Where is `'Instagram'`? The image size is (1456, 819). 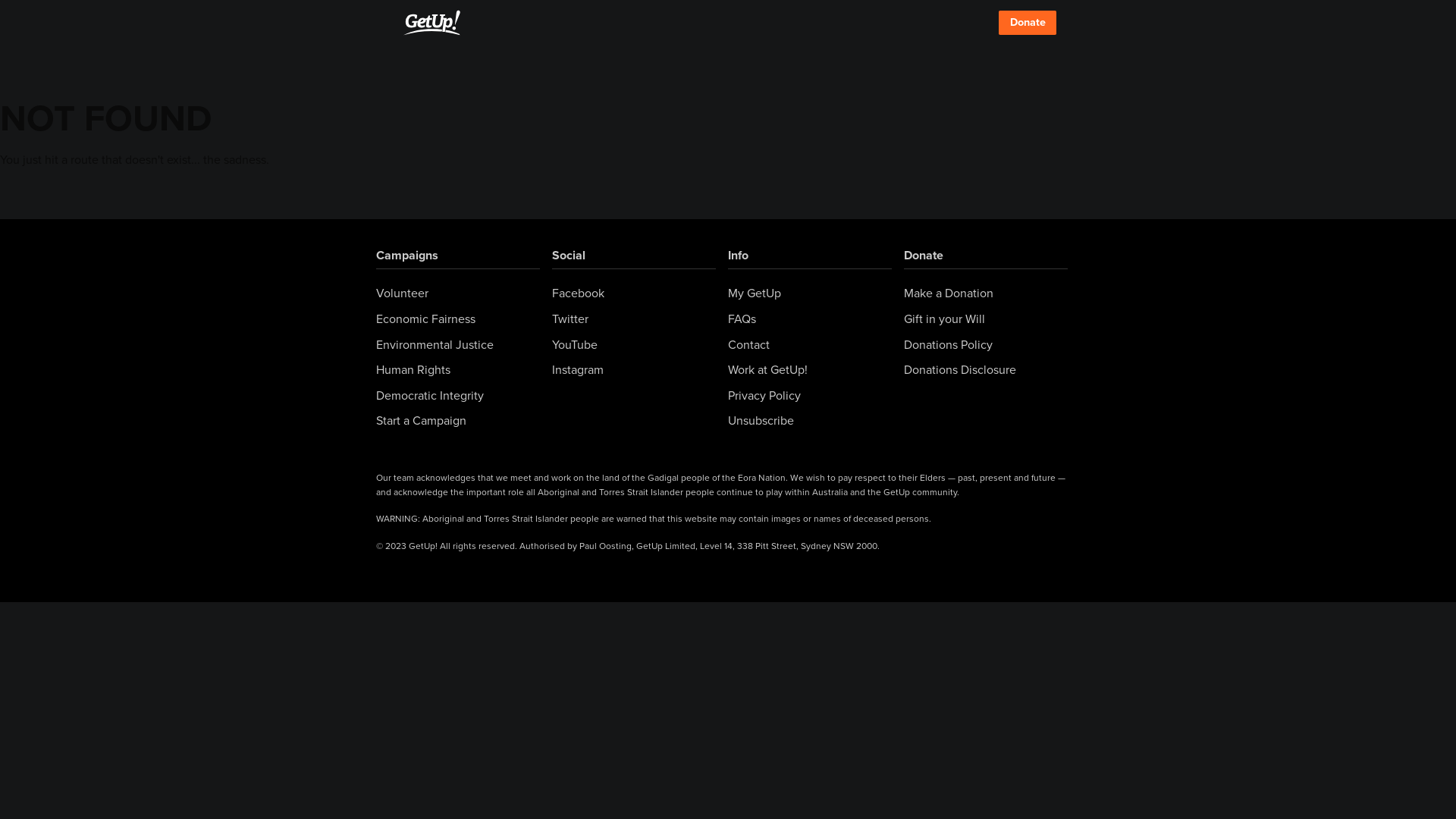 'Instagram' is located at coordinates (551, 370).